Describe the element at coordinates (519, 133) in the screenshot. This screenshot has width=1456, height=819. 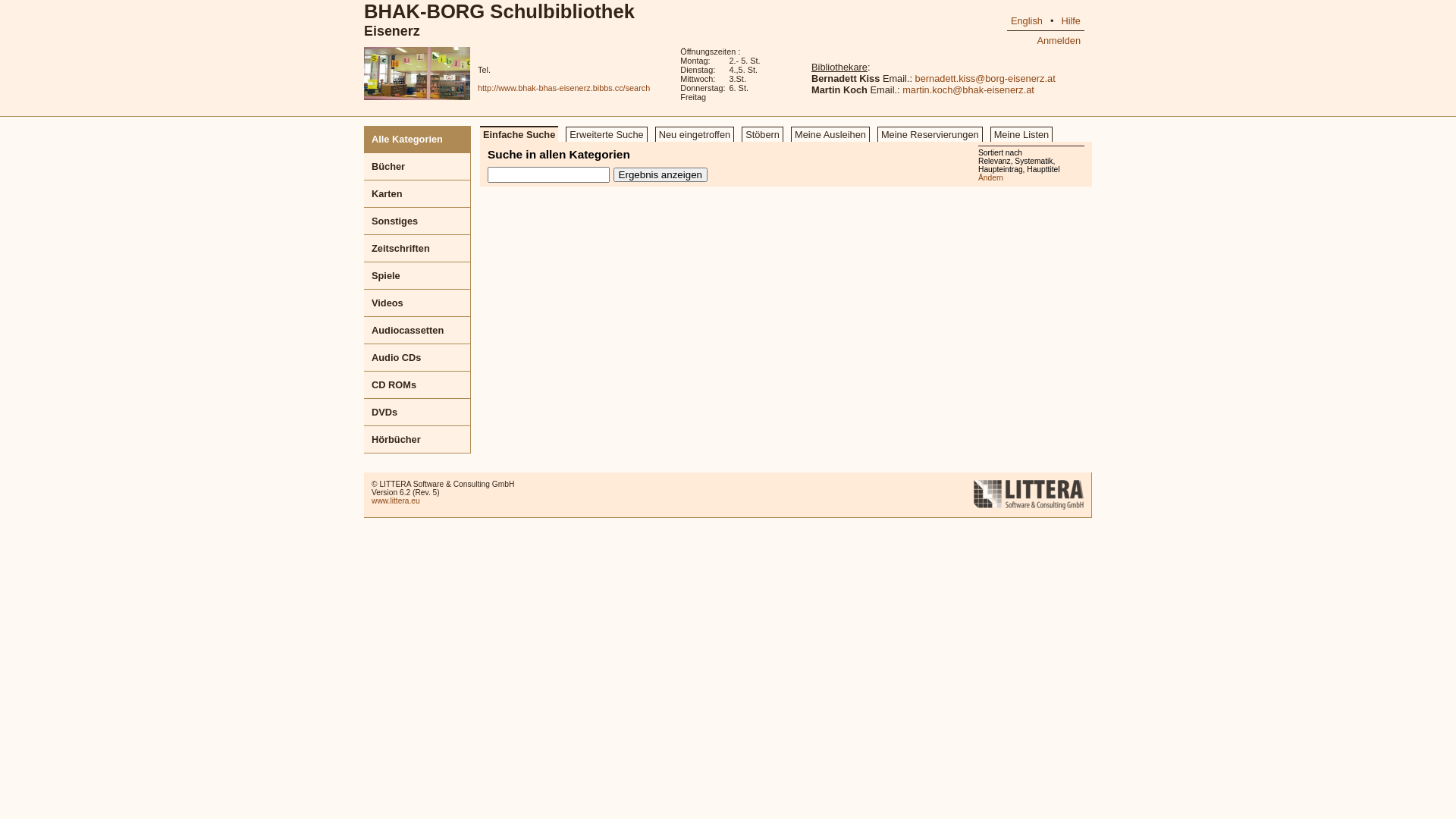
I see `'Einfache Suche'` at that location.